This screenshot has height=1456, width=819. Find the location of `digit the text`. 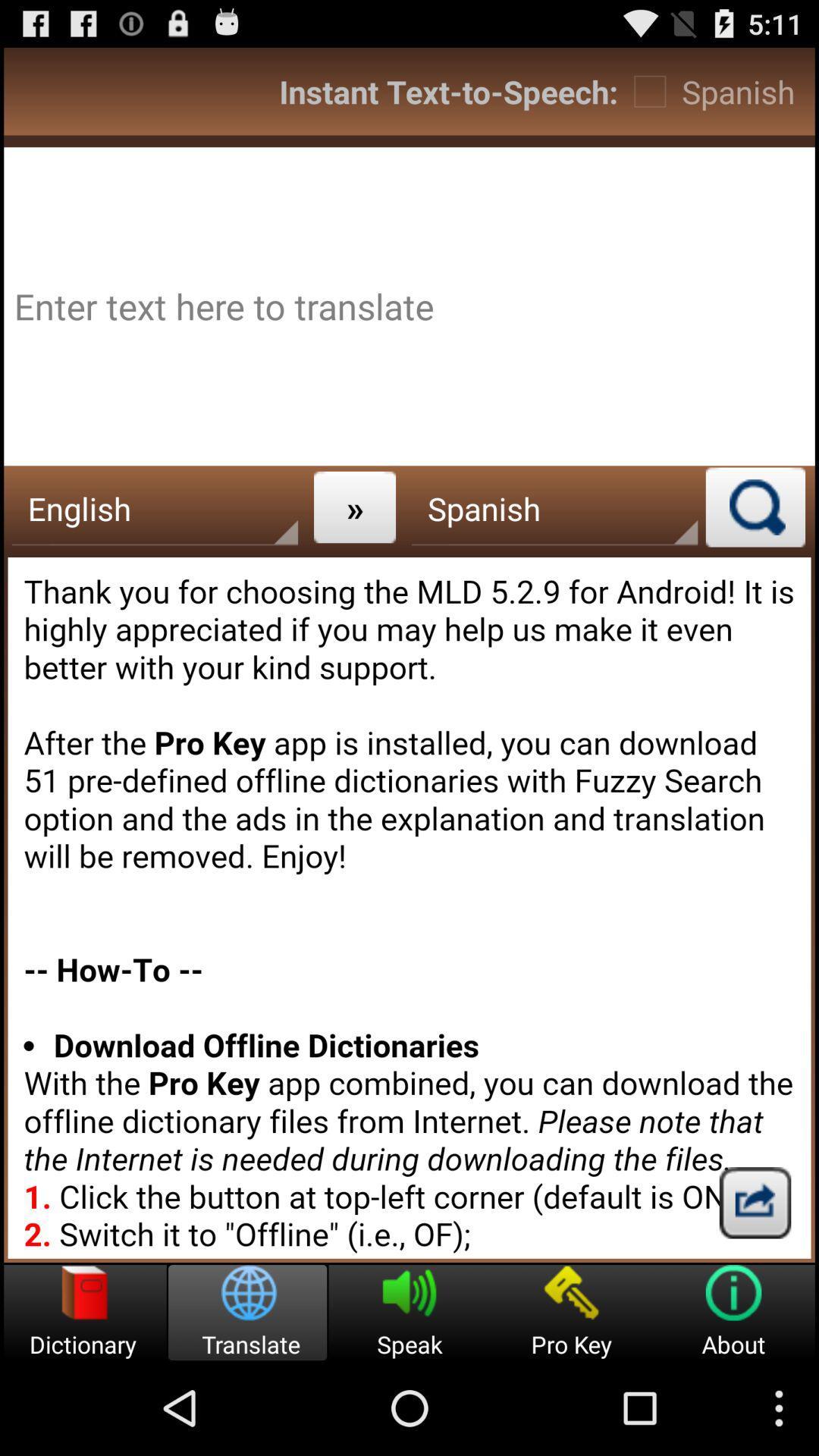

digit the text is located at coordinates (409, 306).